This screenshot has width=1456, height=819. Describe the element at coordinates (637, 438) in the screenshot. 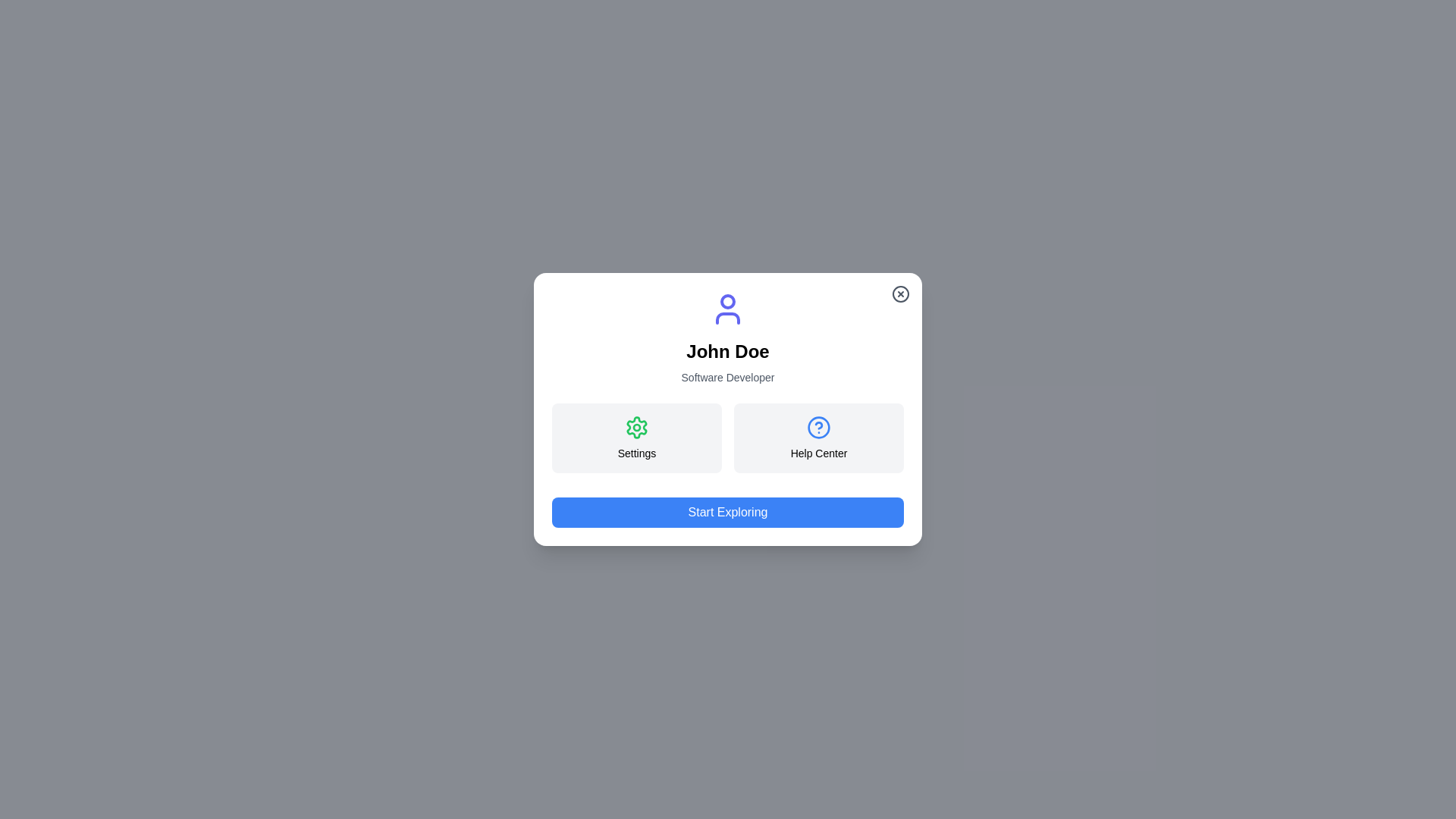

I see `the 'Settings' button located` at that location.